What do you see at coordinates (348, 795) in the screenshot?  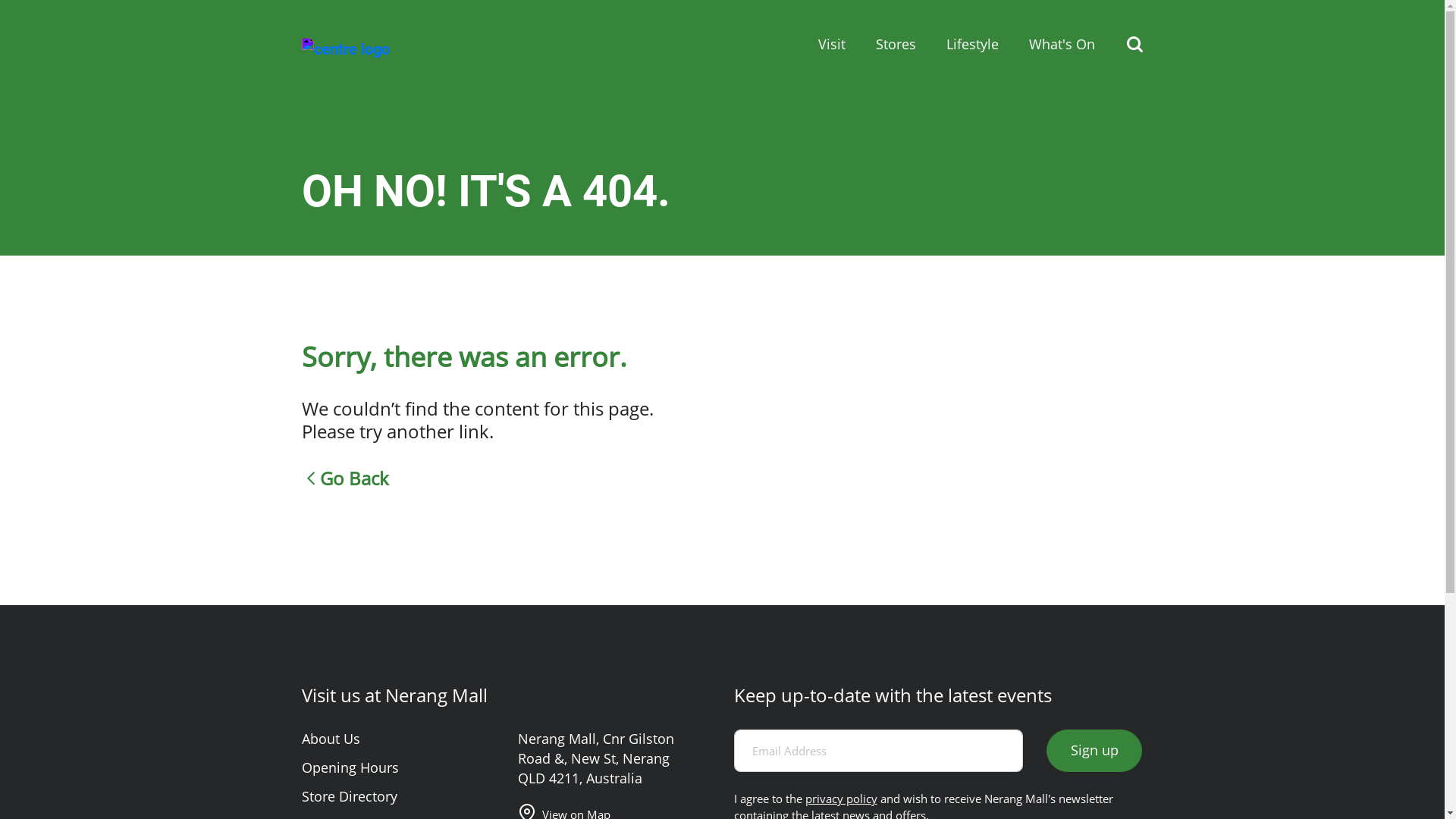 I see `'Store Directory'` at bounding box center [348, 795].